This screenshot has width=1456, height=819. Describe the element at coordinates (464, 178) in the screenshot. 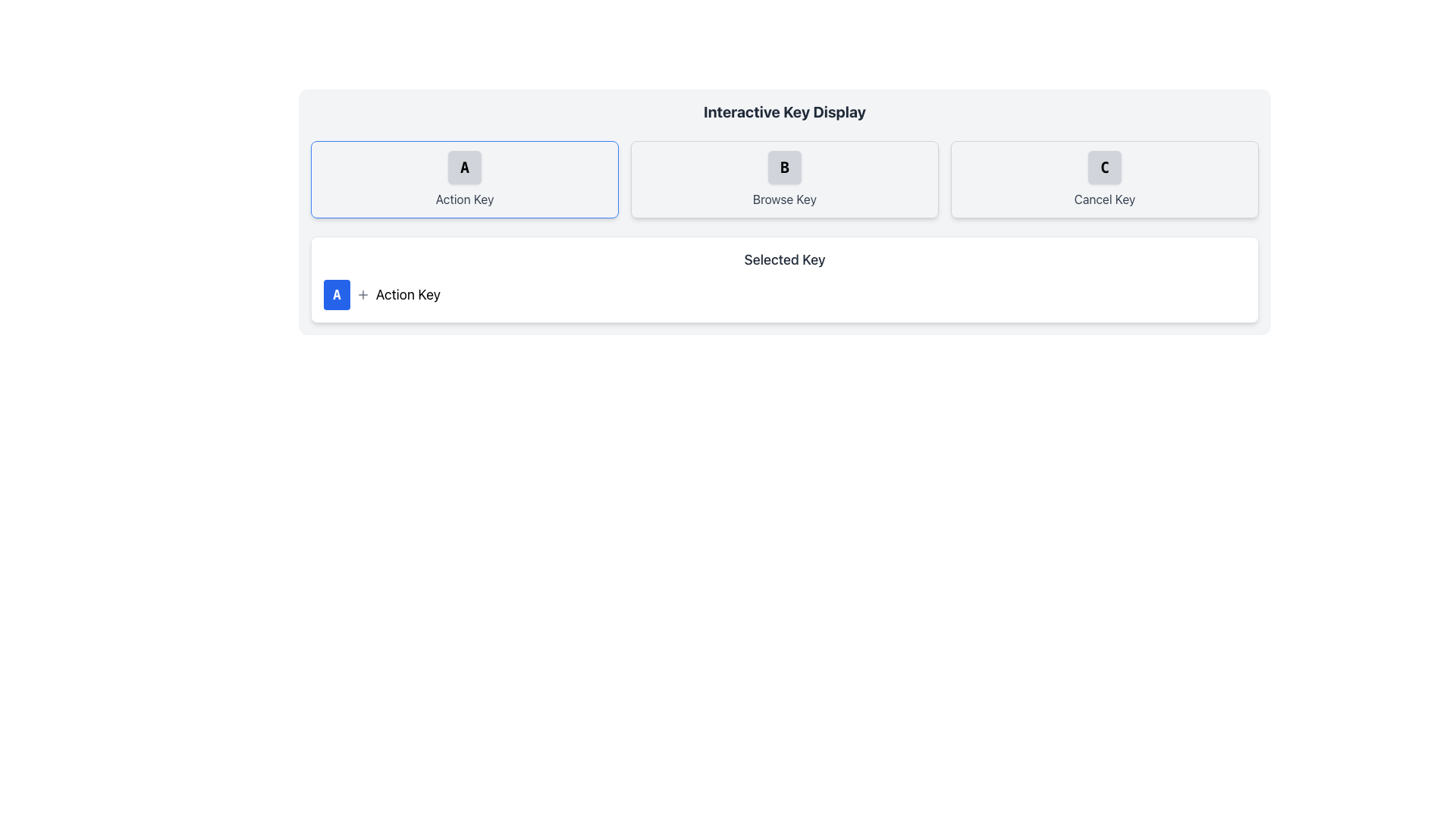

I see `the first button in the horizontal row of cards` at that location.